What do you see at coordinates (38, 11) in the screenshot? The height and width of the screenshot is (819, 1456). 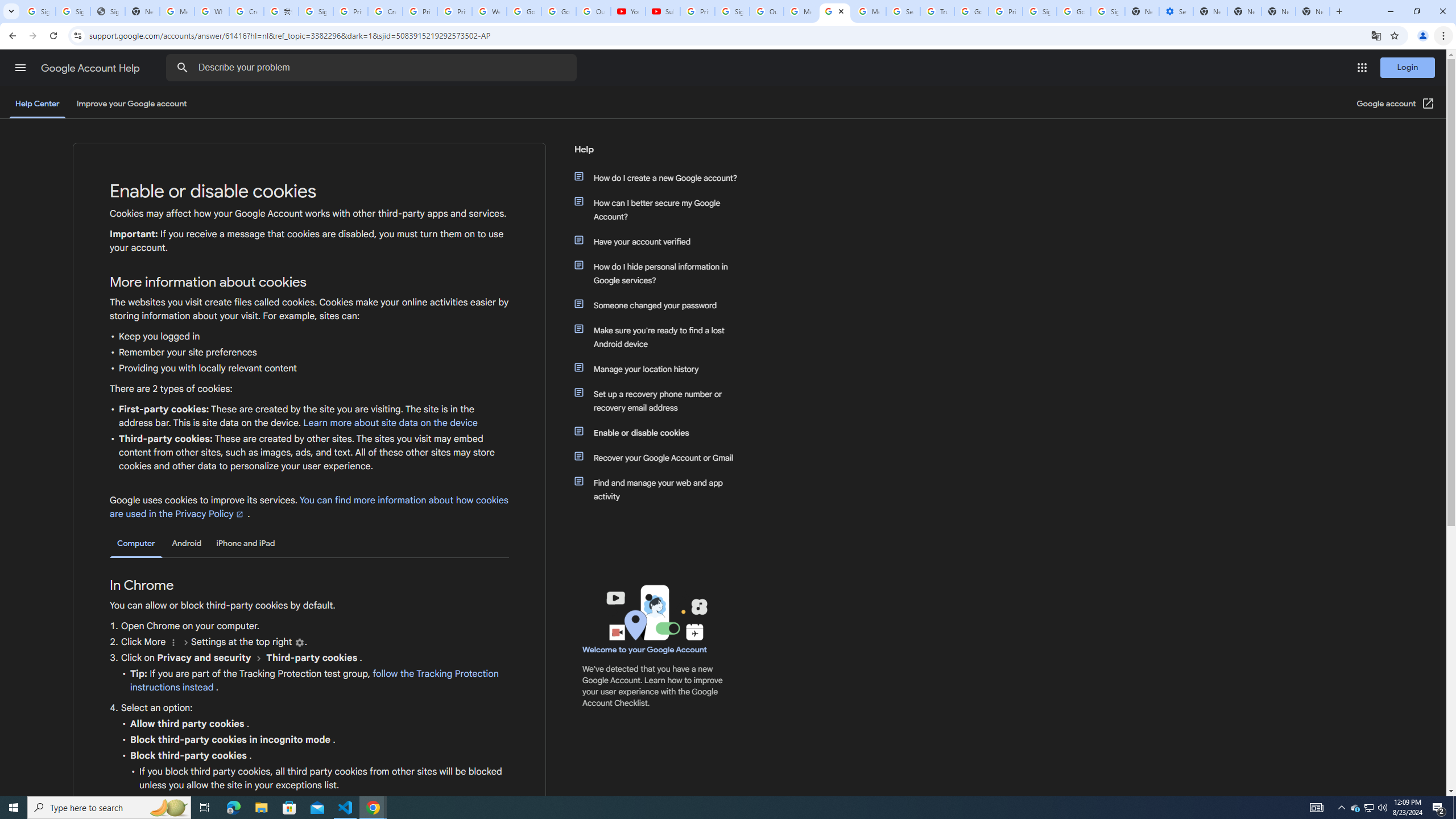 I see `'Sign in - Google Accounts'` at bounding box center [38, 11].